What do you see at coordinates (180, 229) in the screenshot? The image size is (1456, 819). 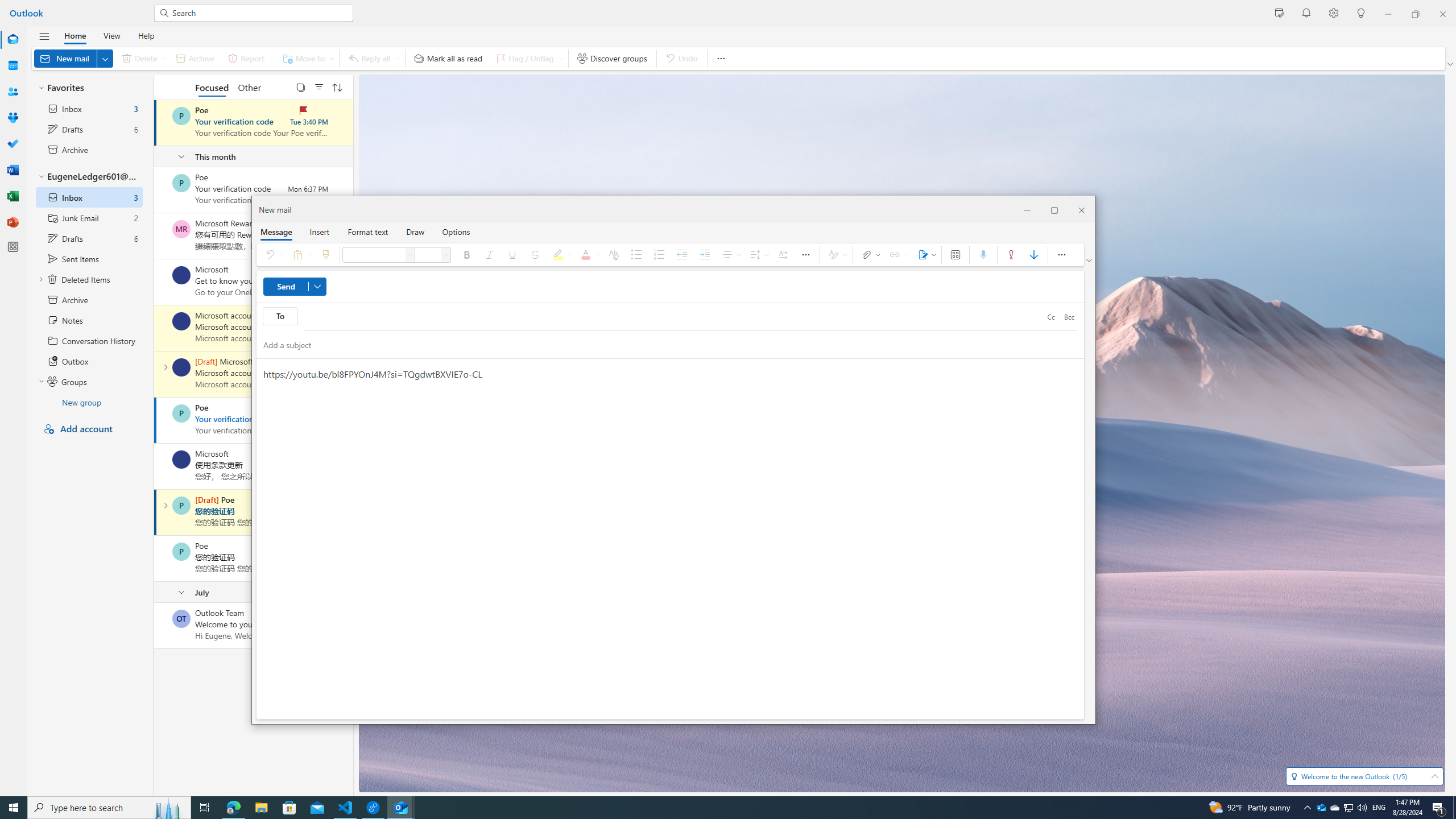 I see `'Microsoft Rewards'` at bounding box center [180, 229].